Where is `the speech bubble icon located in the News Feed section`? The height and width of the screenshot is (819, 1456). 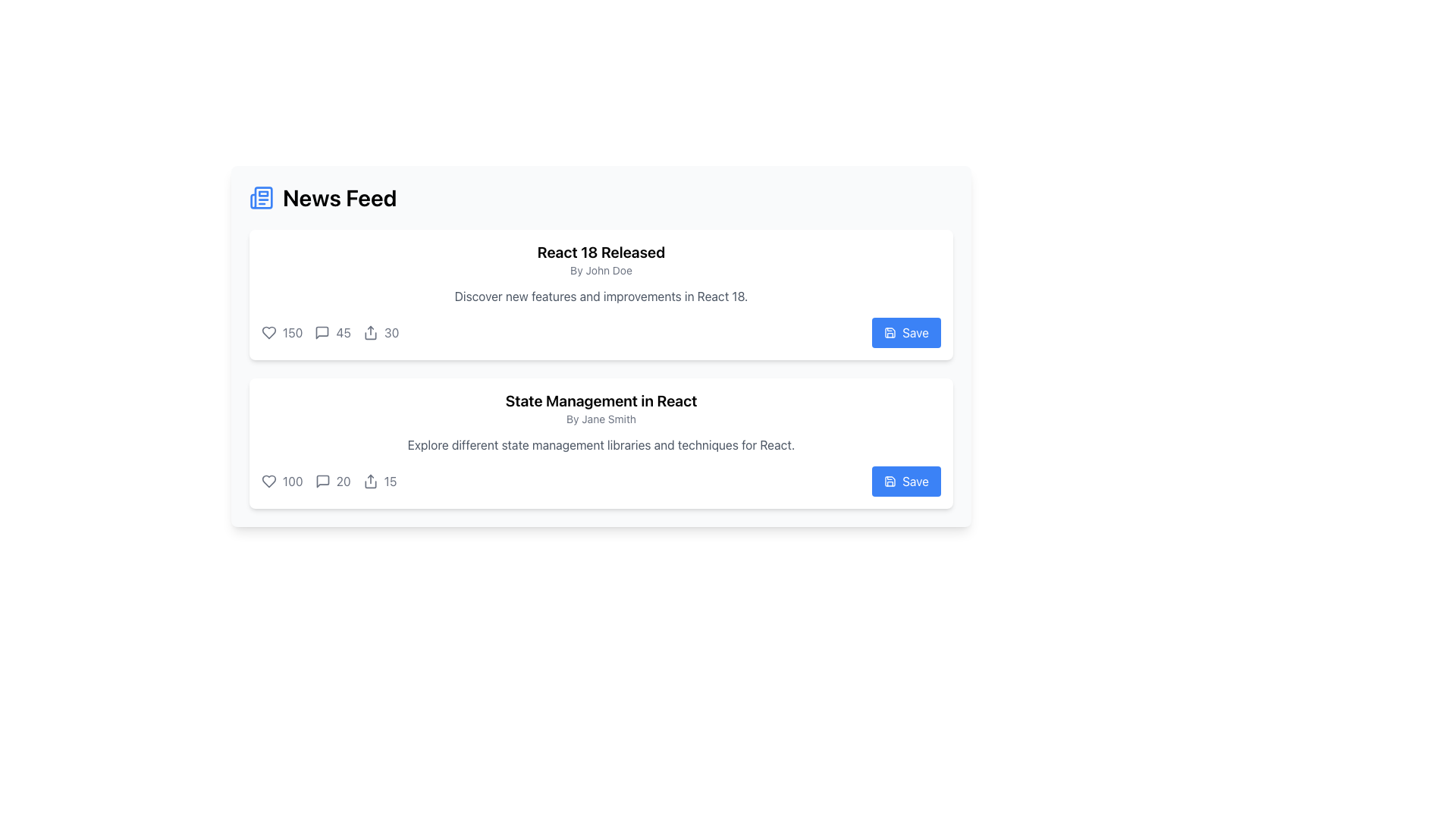
the speech bubble icon located in the News Feed section is located at coordinates (322, 332).